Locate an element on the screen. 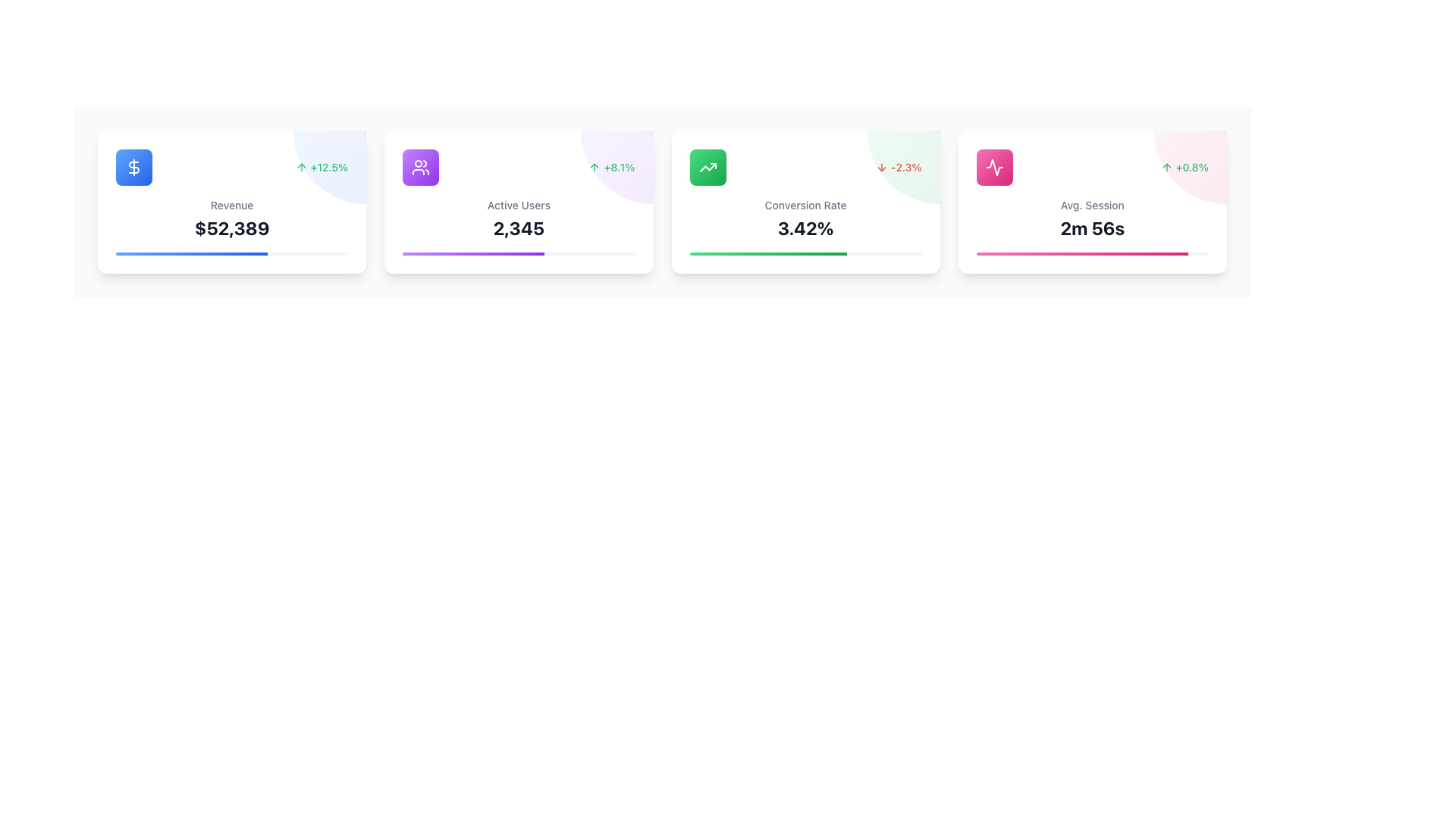 The width and height of the screenshot is (1456, 819). the visual representation of the blue gradient progress bar segment located within the white card labeled 'Revenue', which shows a numerical value of $52,389 and an increase percentage of +12.5% is located at coordinates (191, 253).